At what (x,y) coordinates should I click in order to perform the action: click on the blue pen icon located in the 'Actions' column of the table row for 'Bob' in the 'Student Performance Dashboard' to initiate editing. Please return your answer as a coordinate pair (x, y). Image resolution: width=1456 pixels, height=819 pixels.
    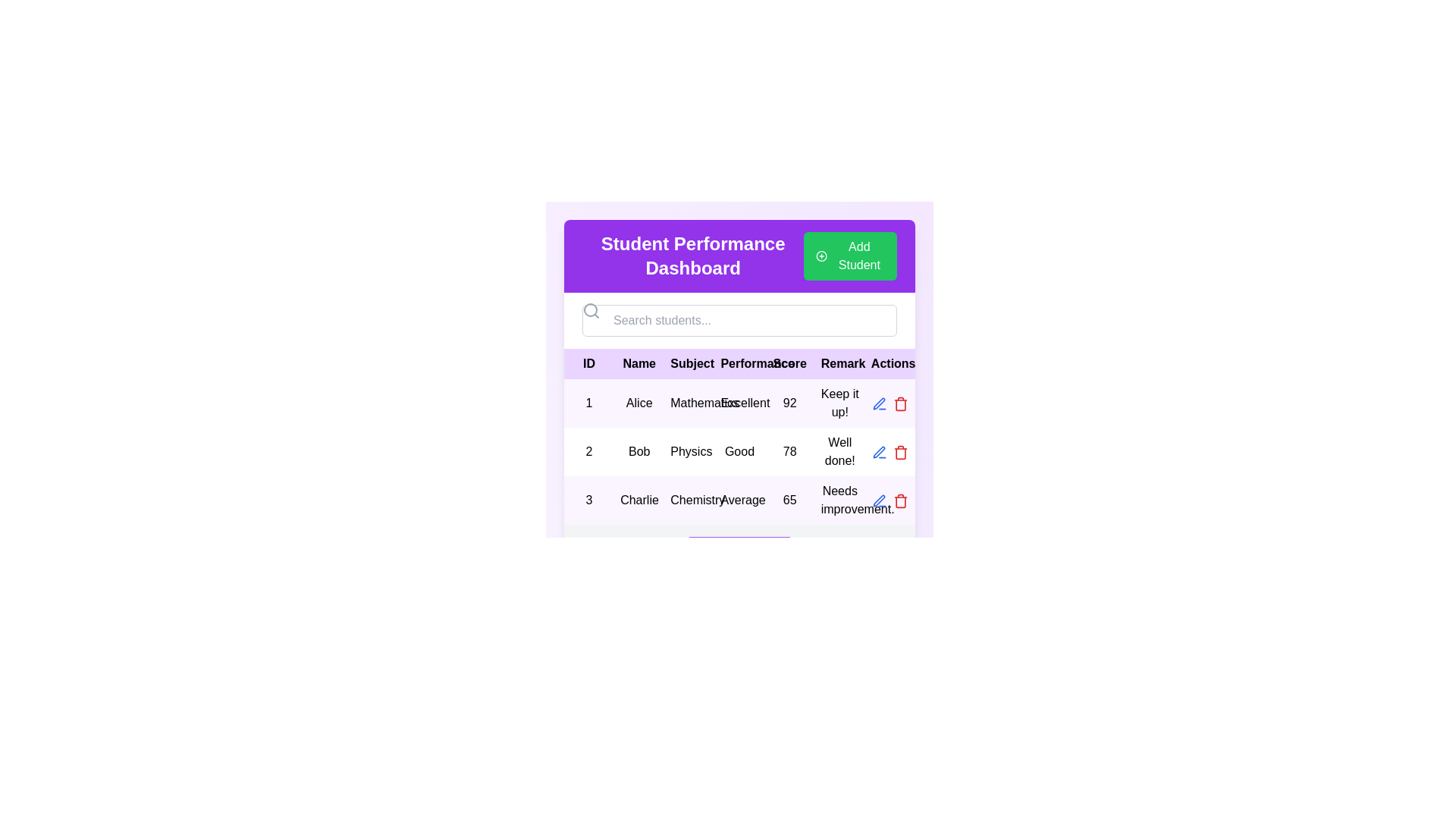
    Looking at the image, I should click on (879, 403).